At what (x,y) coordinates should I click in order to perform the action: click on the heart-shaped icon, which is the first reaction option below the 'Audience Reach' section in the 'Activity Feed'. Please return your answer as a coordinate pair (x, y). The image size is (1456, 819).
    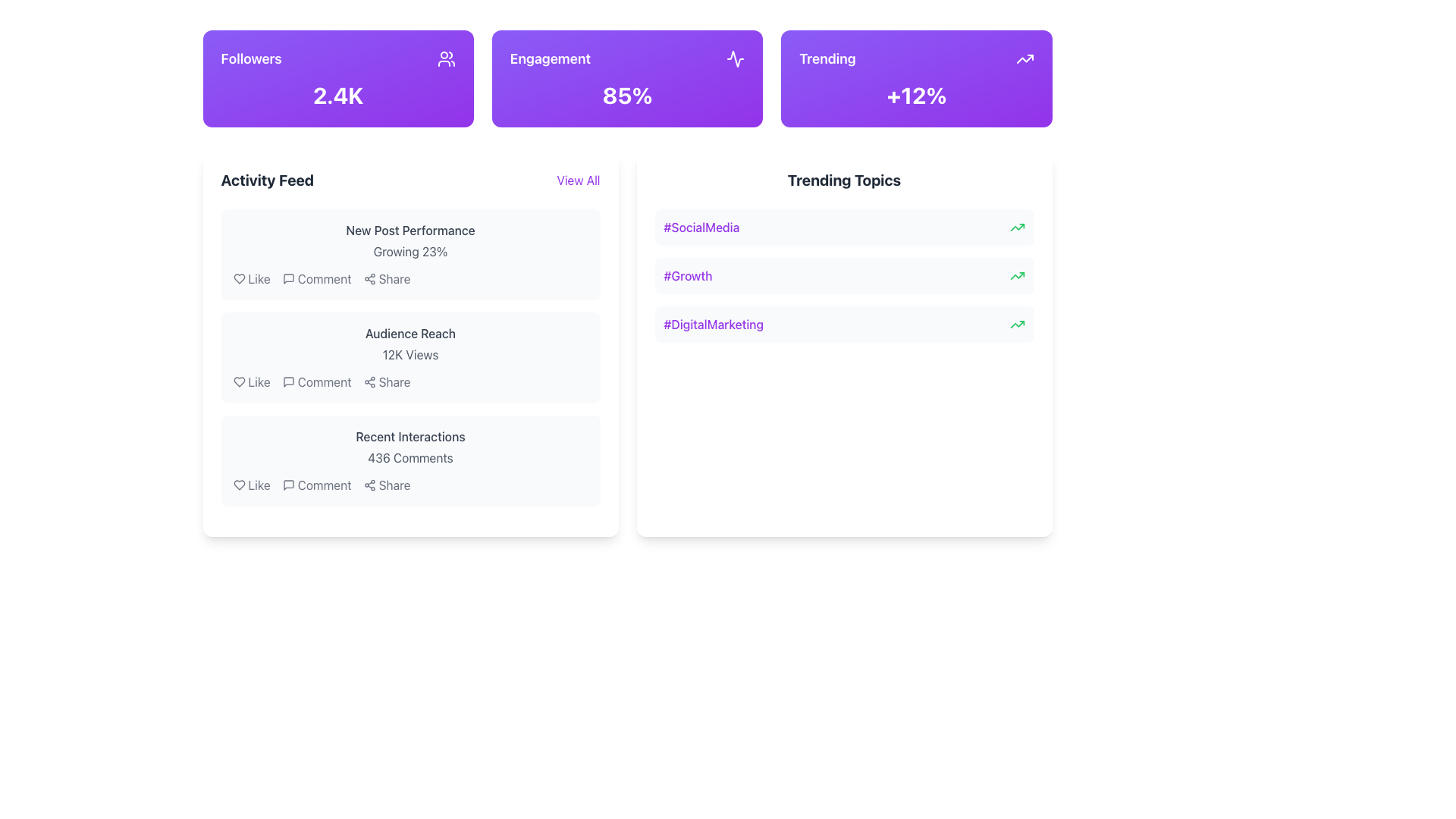
    Looking at the image, I should click on (238, 381).